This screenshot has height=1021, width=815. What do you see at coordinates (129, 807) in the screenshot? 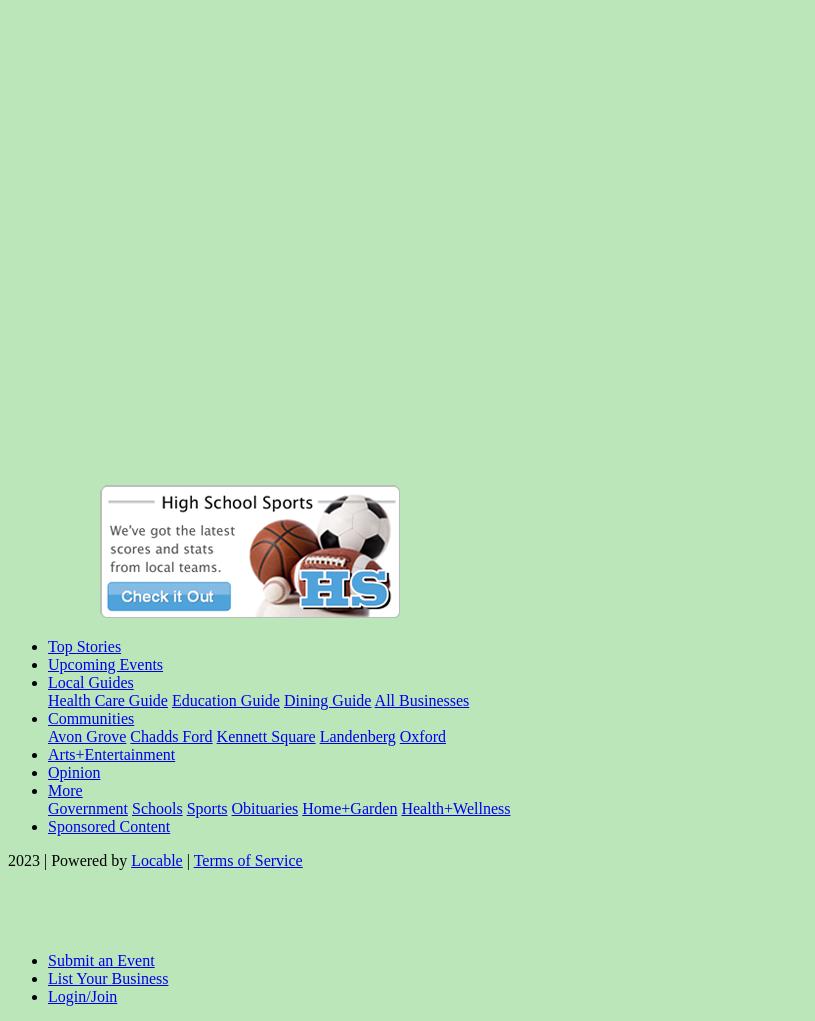
I see `'Schools'` at bounding box center [129, 807].